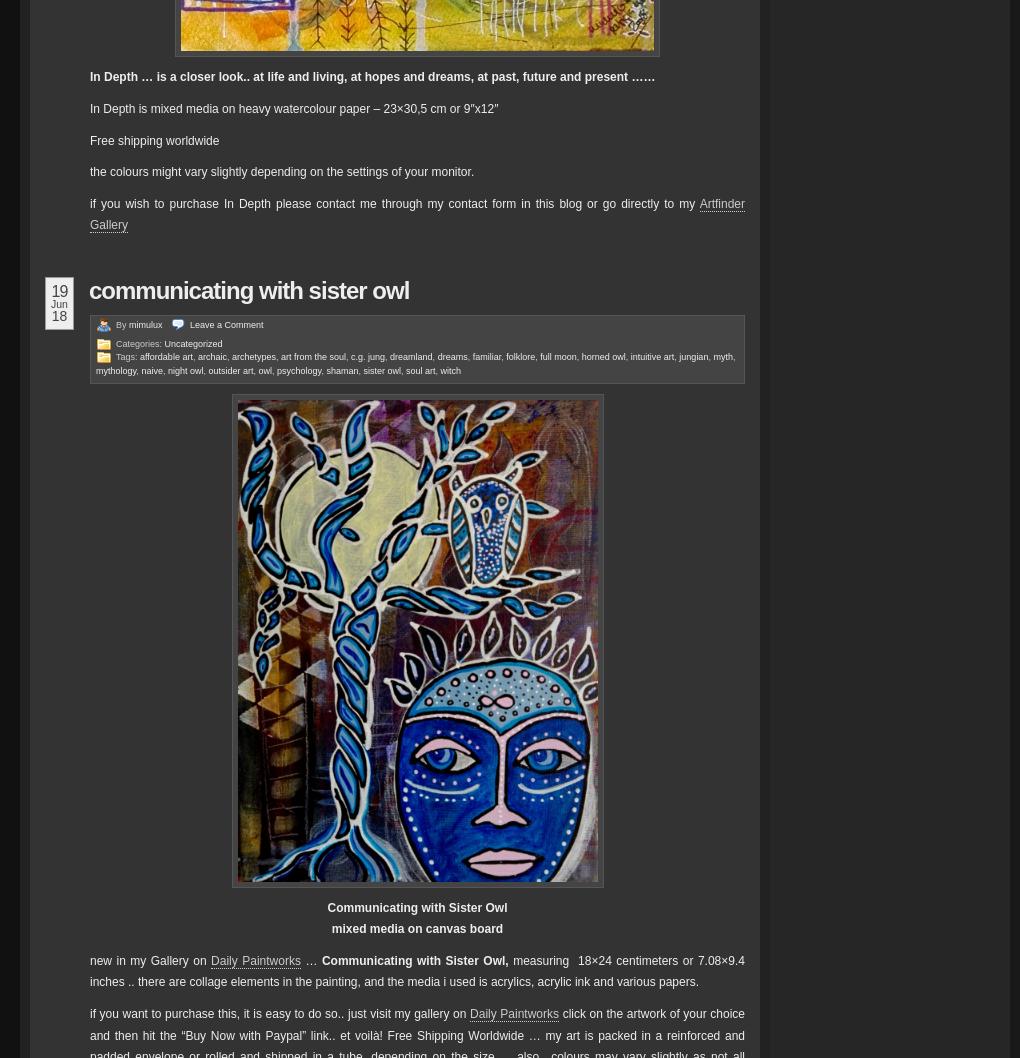 This screenshot has height=1058, width=1020. I want to click on 'c.g. jung', so click(367, 356).